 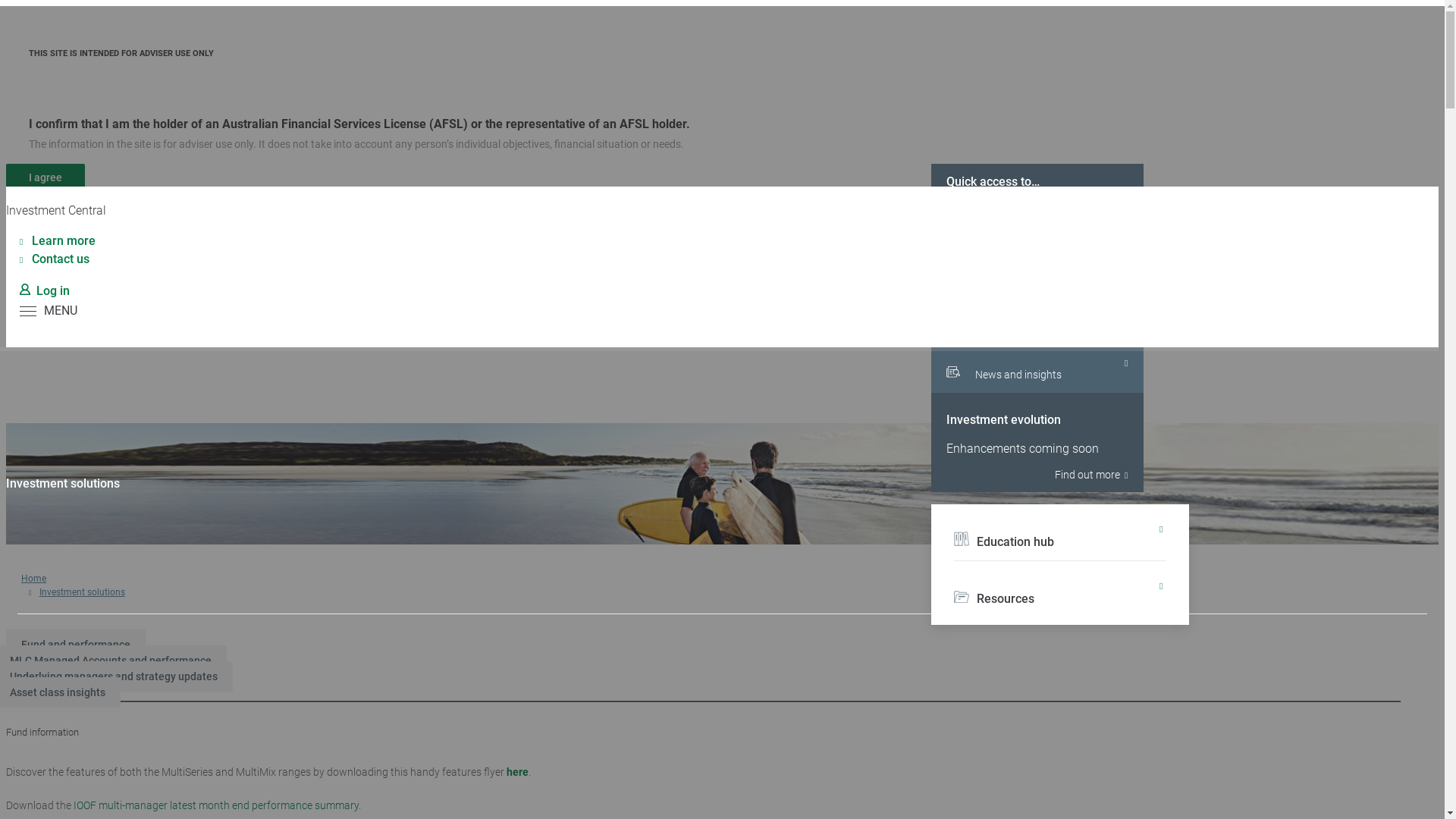 I want to click on 'here', so click(x=506, y=772).